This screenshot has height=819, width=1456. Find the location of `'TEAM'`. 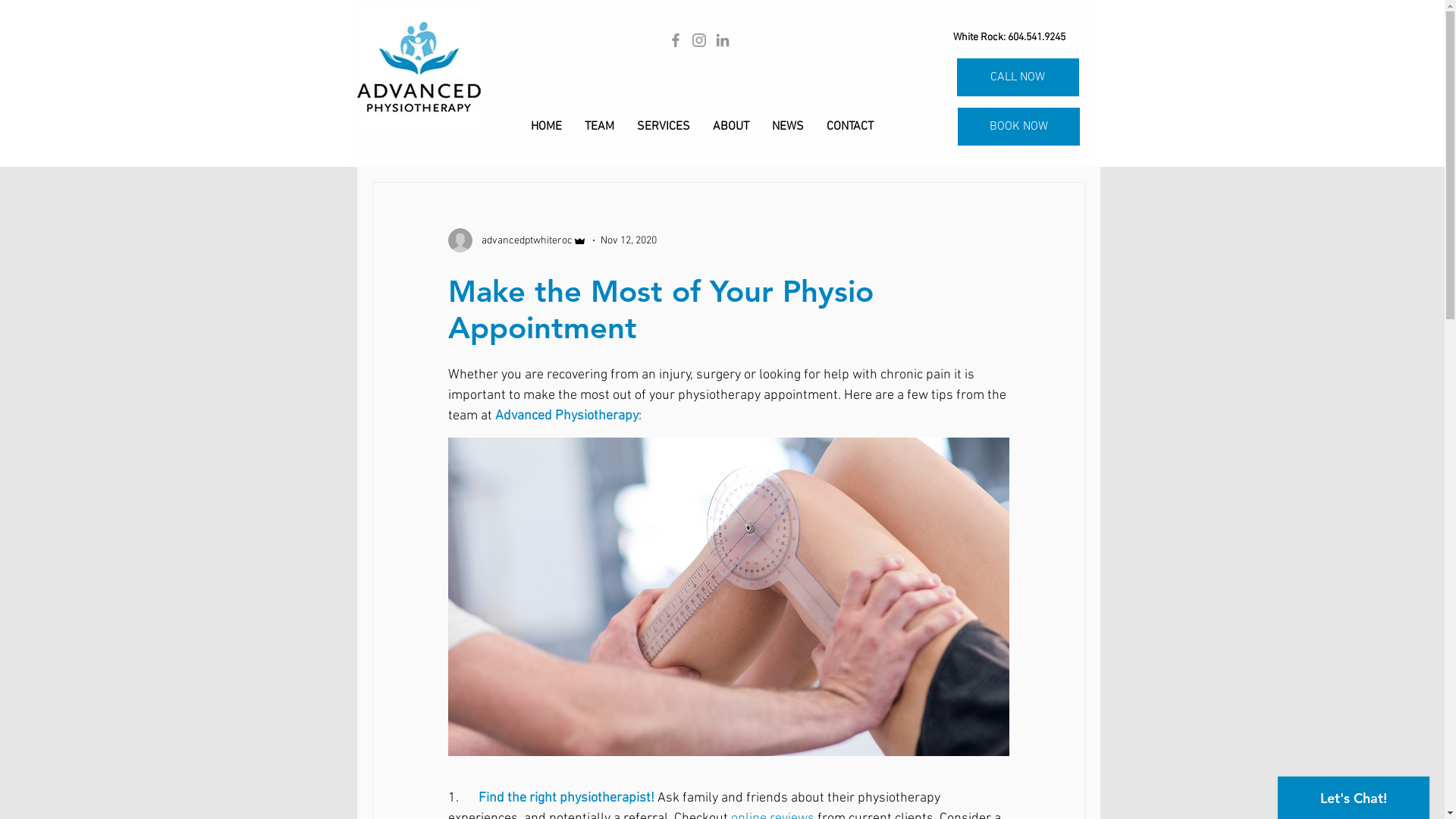

'TEAM' is located at coordinates (598, 125).